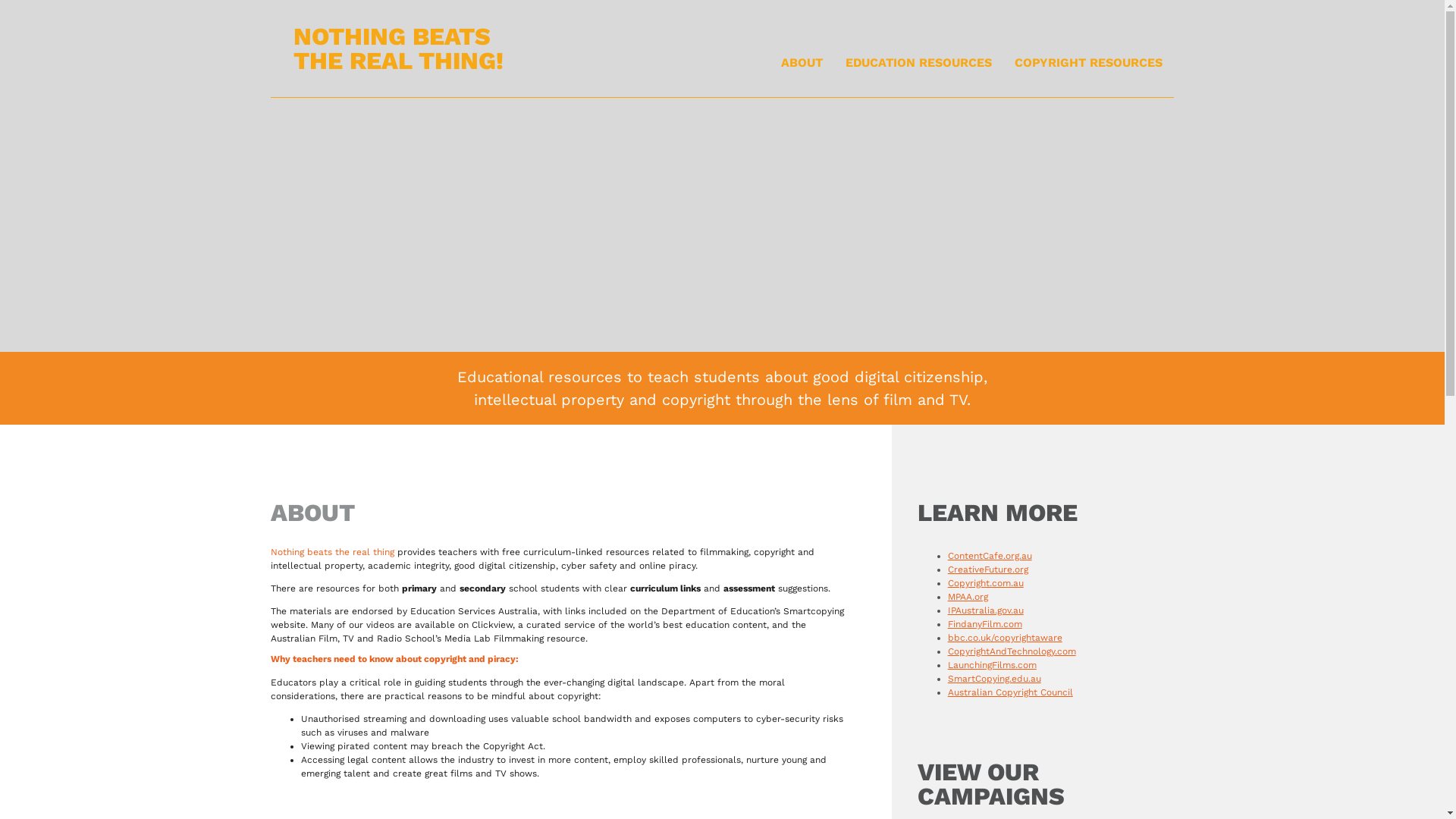 Image resolution: width=1456 pixels, height=819 pixels. What do you see at coordinates (1087, 62) in the screenshot?
I see `'COPYRIGHT RESOURCES'` at bounding box center [1087, 62].